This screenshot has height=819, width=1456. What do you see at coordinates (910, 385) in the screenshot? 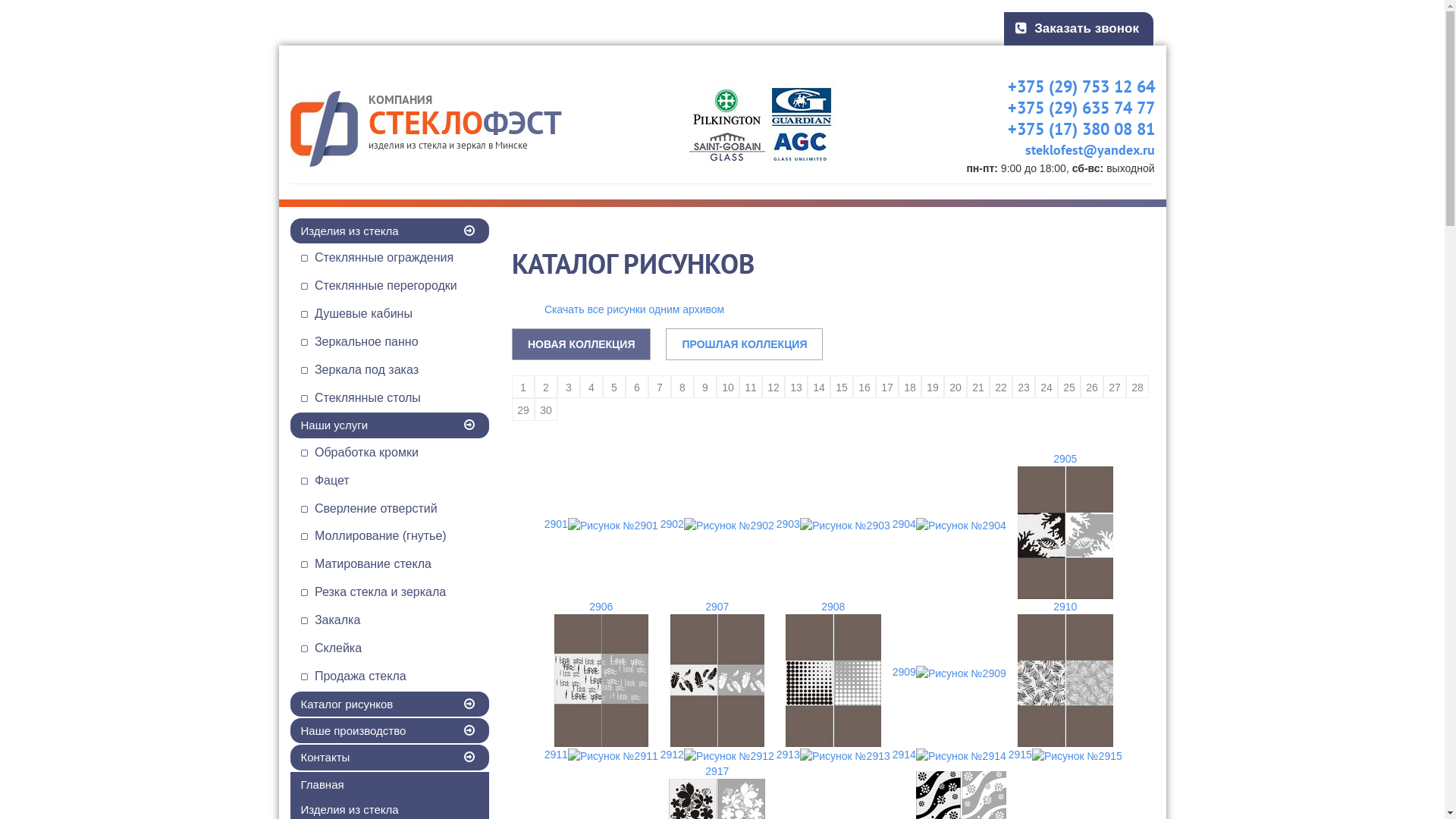
I see `'18'` at bounding box center [910, 385].